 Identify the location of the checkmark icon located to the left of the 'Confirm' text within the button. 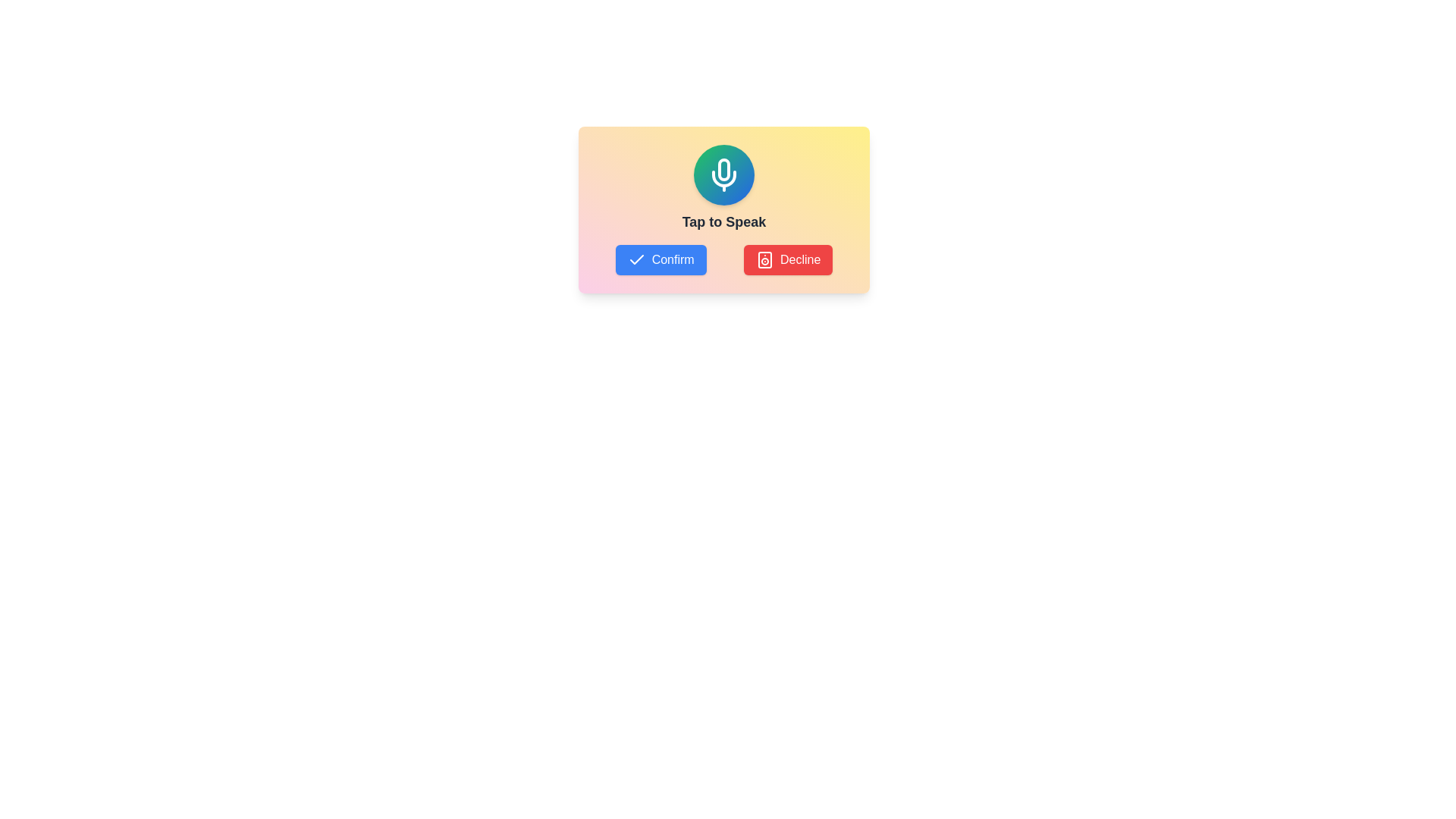
(636, 259).